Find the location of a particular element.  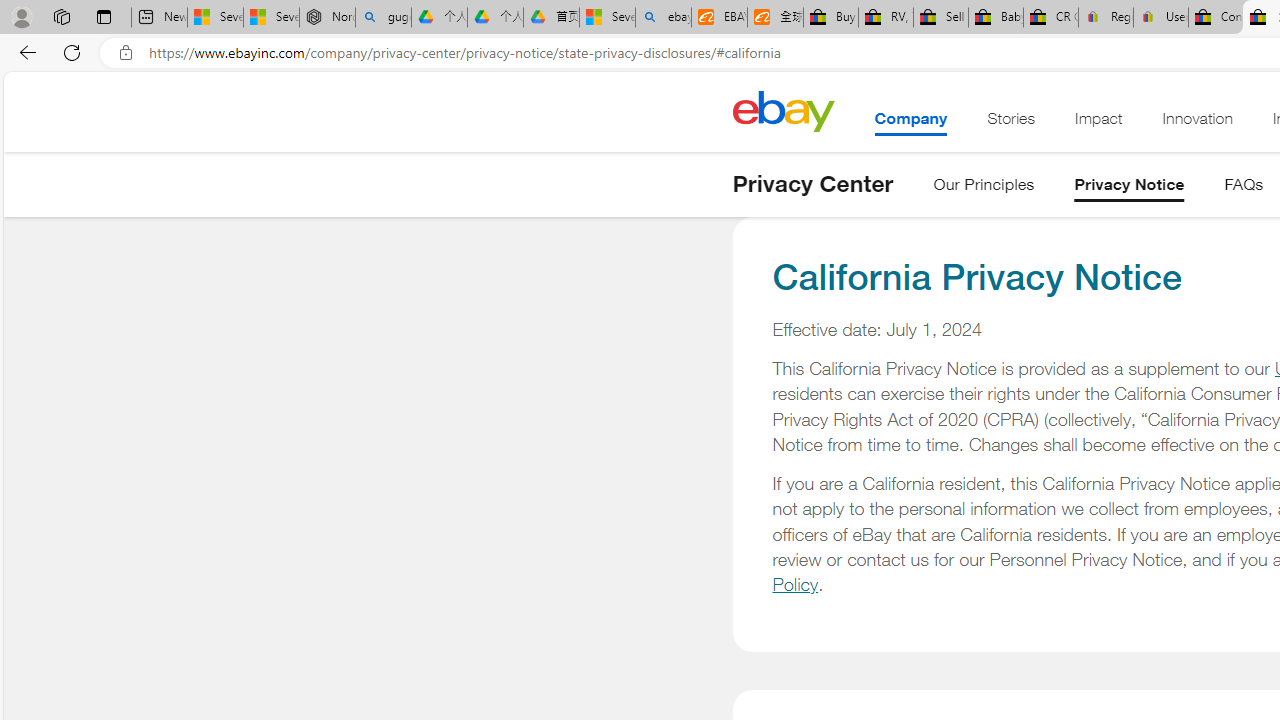

'User Privacy Notice | eBay' is located at coordinates (1160, 17).